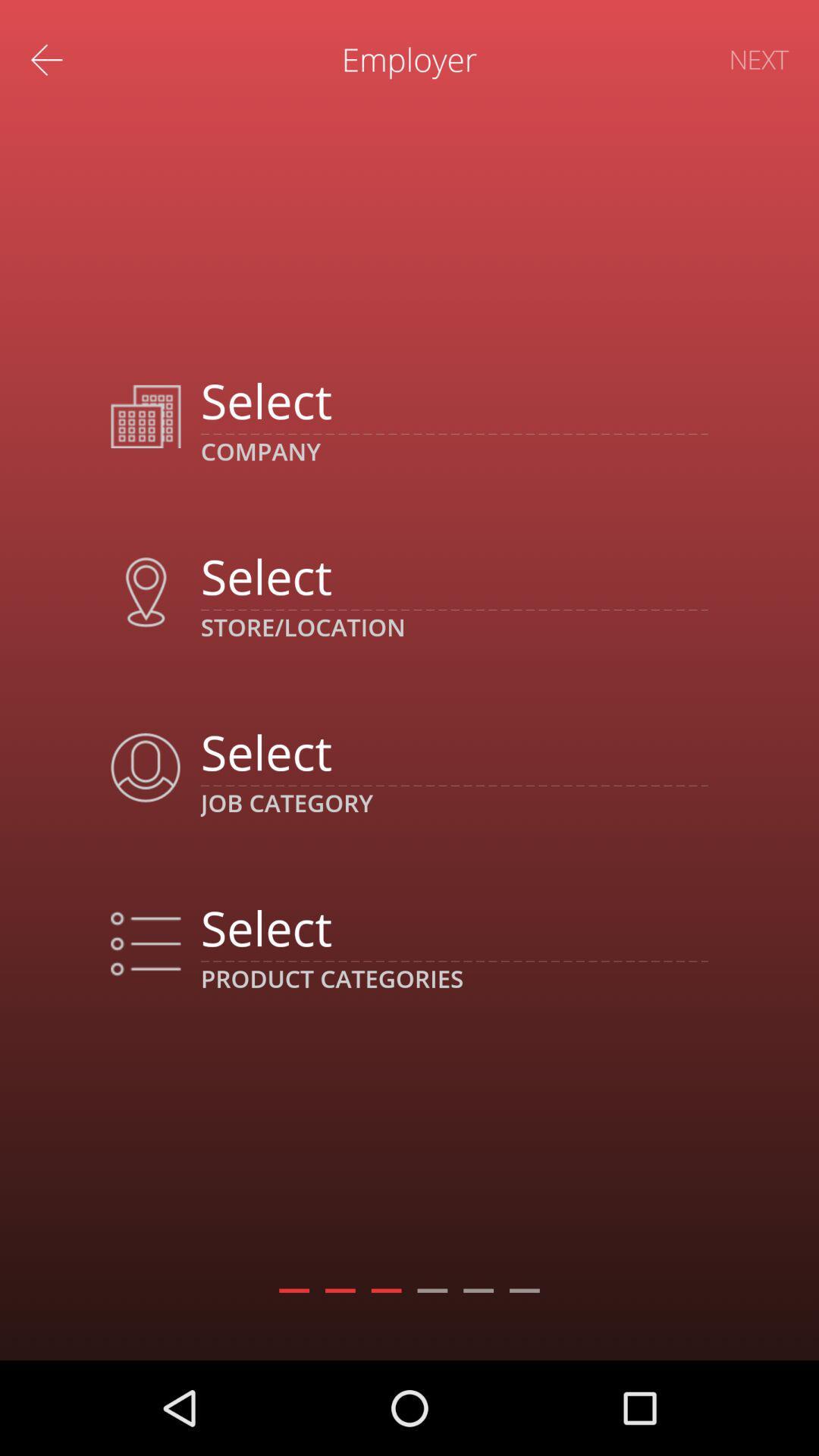 This screenshot has width=819, height=1456. I want to click on store/locaton, so click(453, 575).